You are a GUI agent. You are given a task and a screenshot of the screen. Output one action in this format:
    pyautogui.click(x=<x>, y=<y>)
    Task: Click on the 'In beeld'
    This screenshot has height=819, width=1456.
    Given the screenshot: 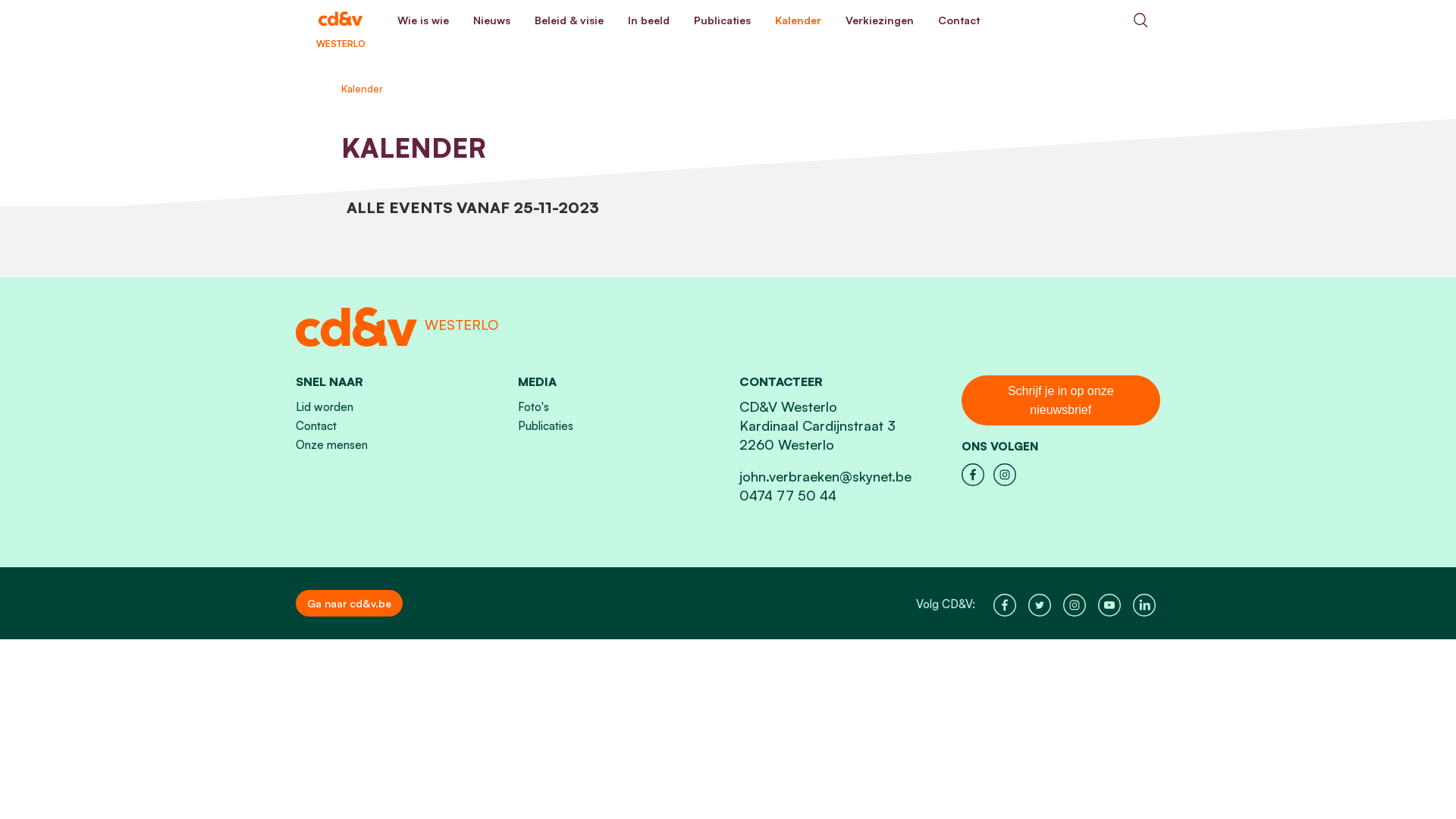 What is the action you would take?
    pyautogui.click(x=648, y=20)
    